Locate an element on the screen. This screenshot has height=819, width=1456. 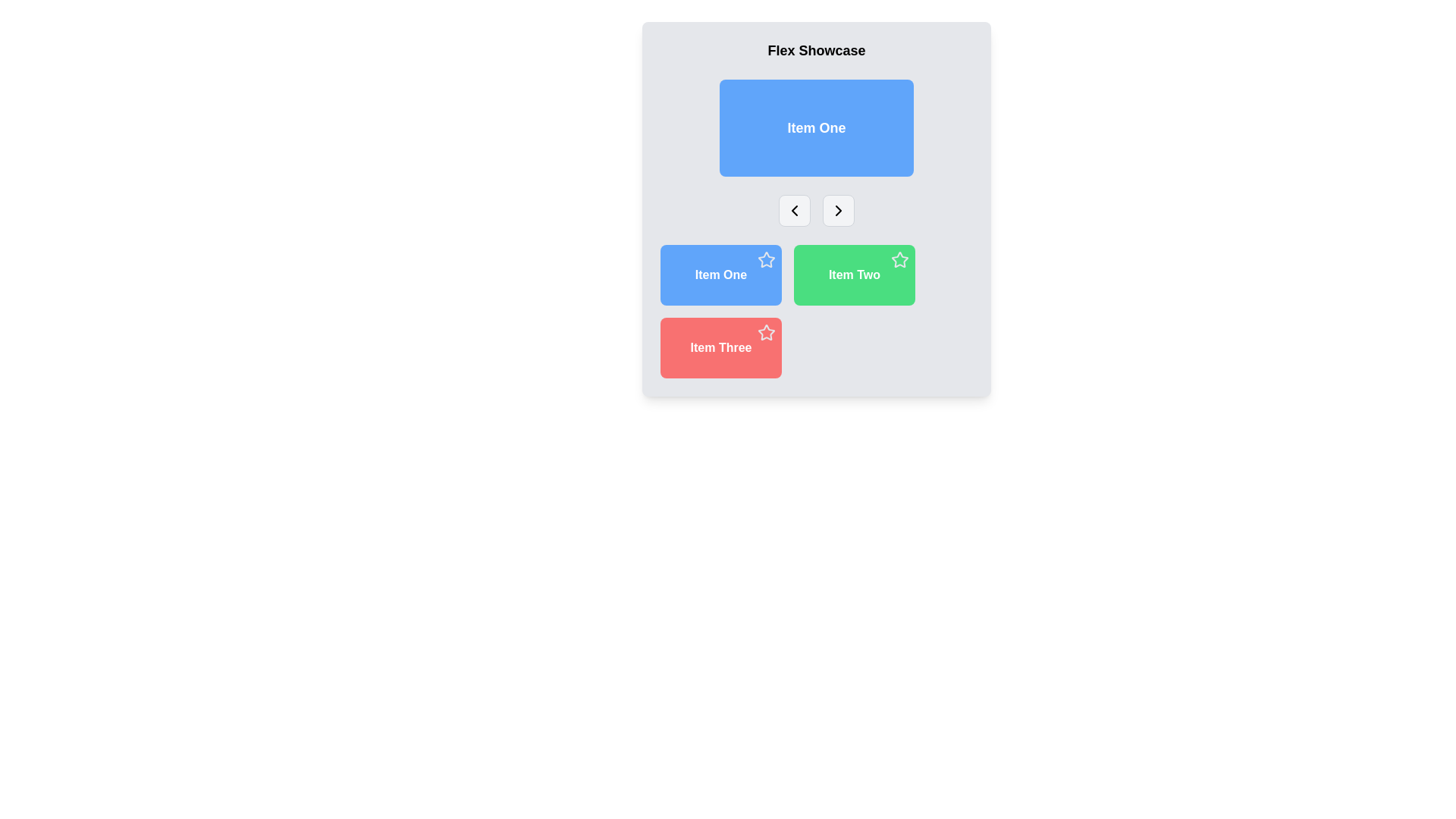
the star icon associated with 'Item Three' to mark or unmark it as a favorite is located at coordinates (765, 331).